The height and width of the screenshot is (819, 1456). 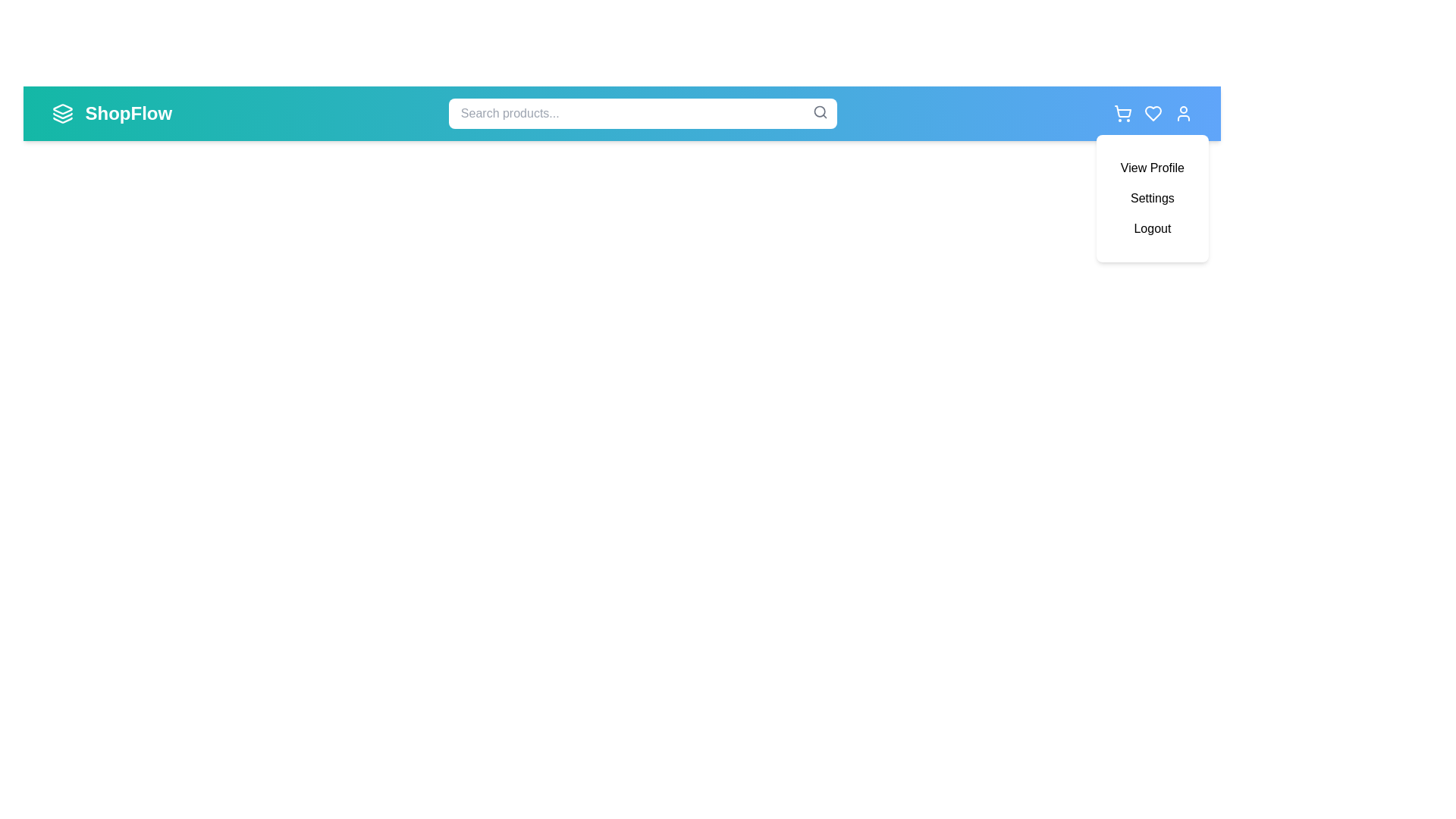 I want to click on the branding logo located at the top-left corner of the app bar, so click(x=61, y=113).